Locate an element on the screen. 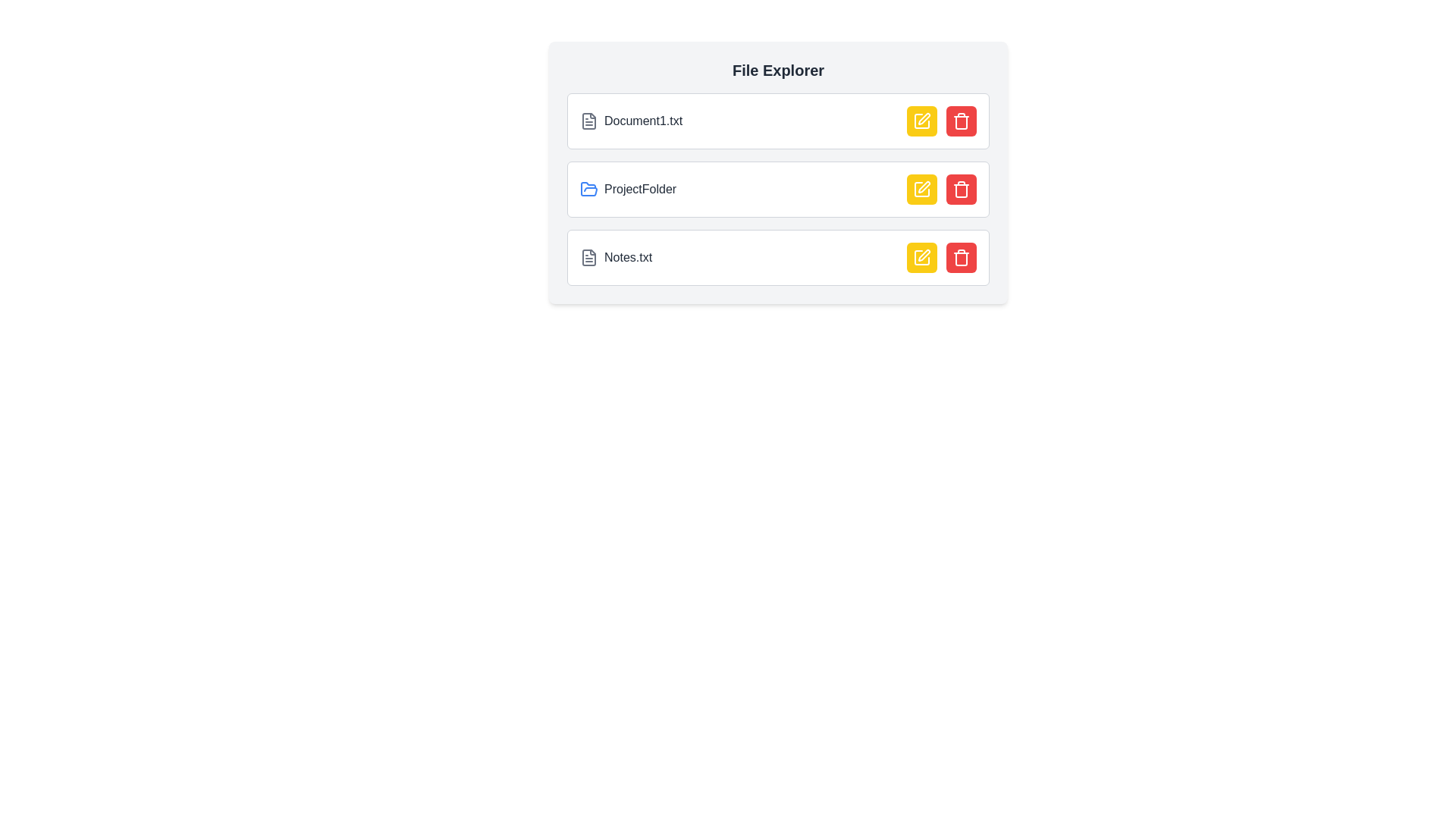 This screenshot has height=819, width=1456. symbolic representation of the file document icon located to the left of 'Notes.txt' in the 'File Explorer' panel is located at coordinates (588, 256).